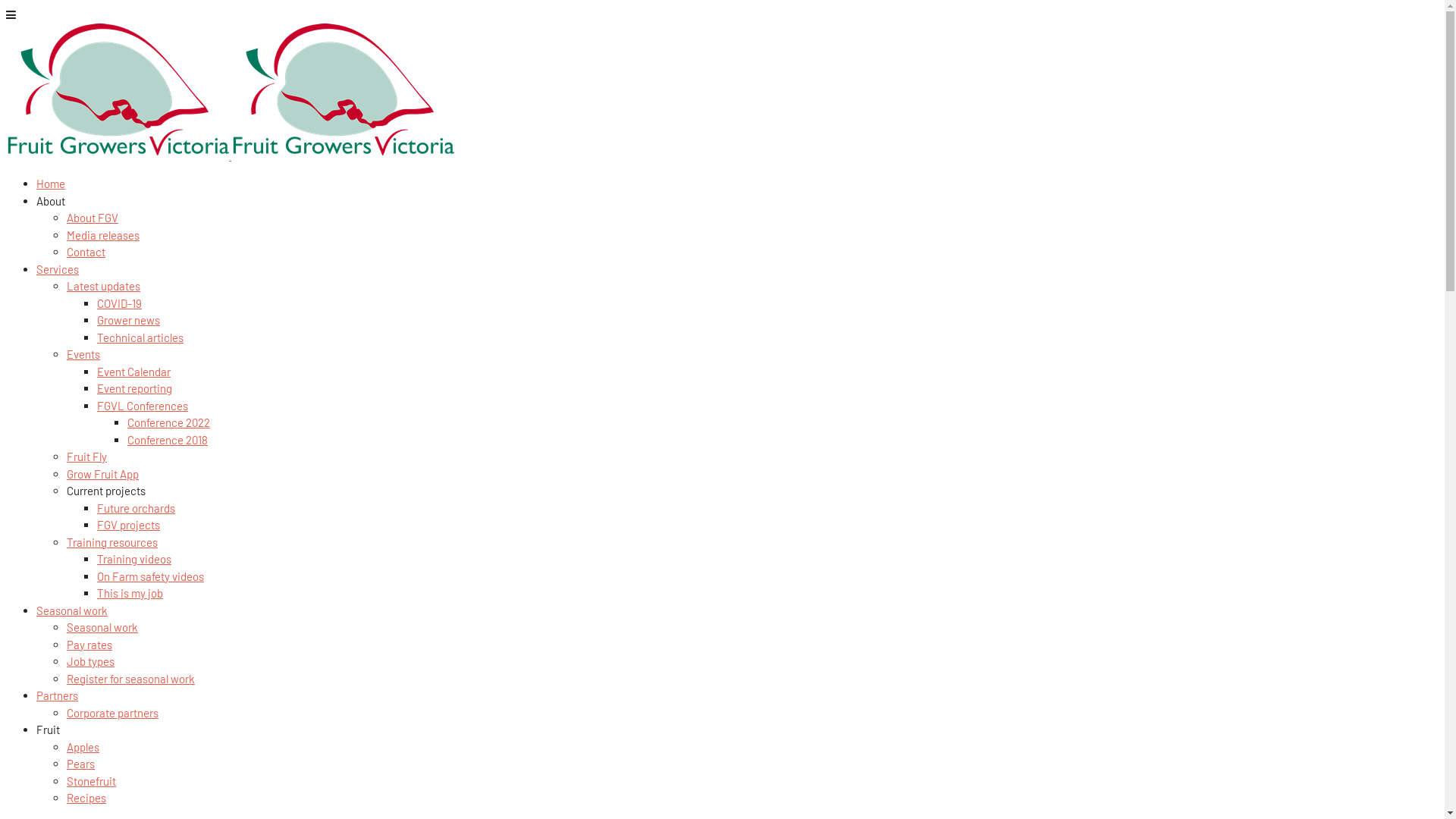 The height and width of the screenshot is (819, 1456). I want to click on 'Conference 2018', so click(167, 438).